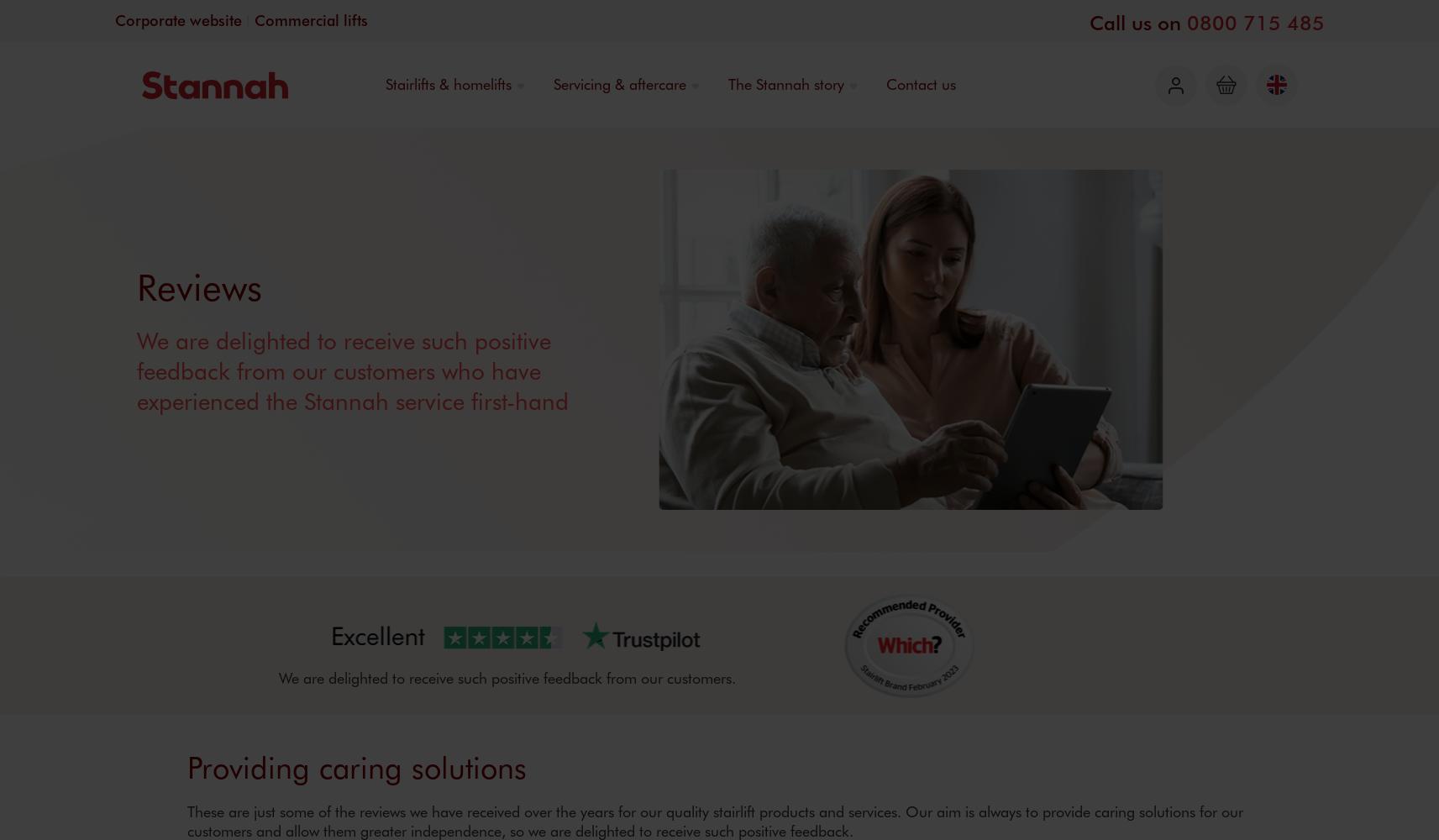  What do you see at coordinates (1134, 22) in the screenshot?
I see `'Call us on'` at bounding box center [1134, 22].